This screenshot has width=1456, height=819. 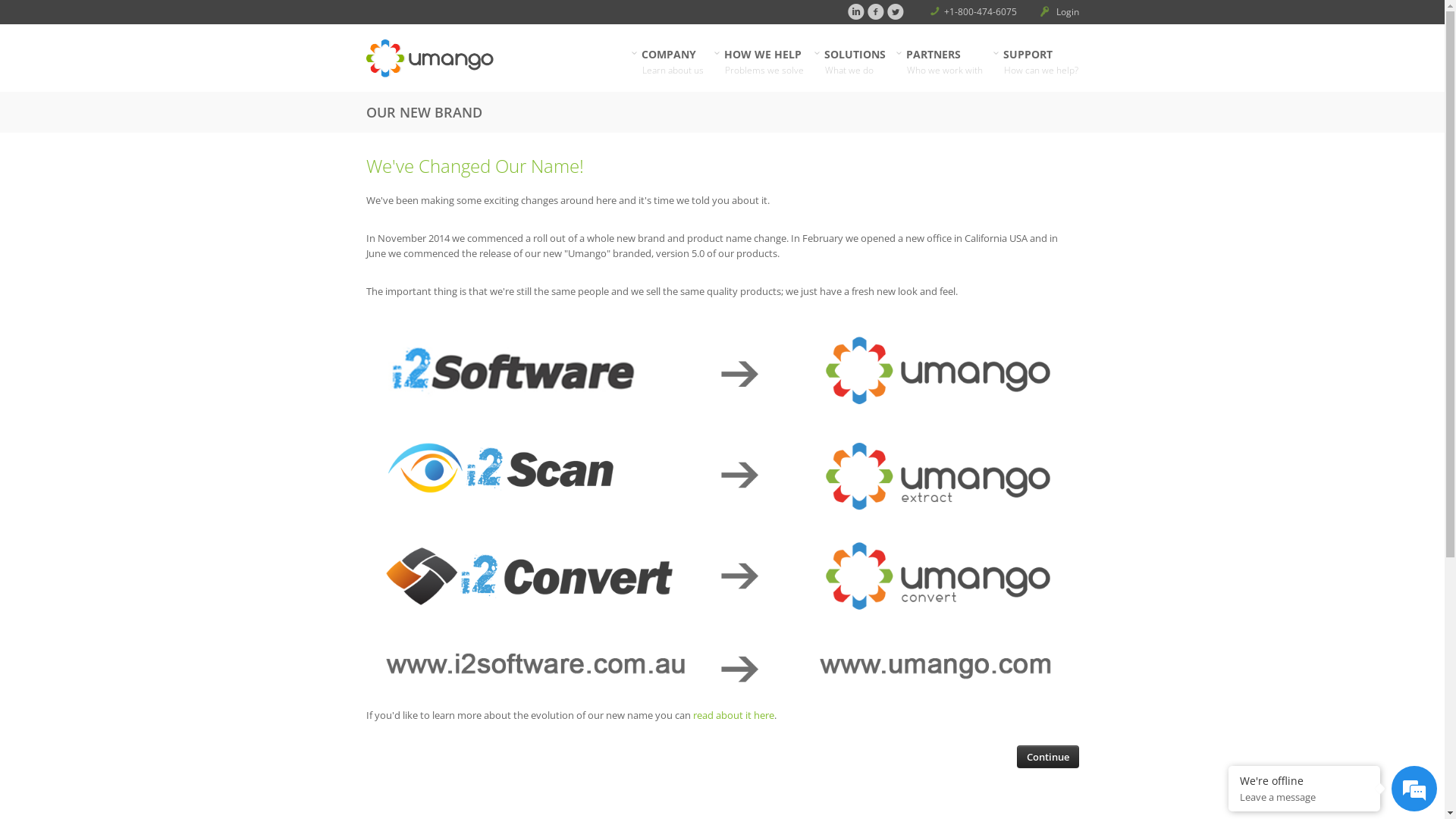 I want to click on 'Home', so click(x=479, y=58).